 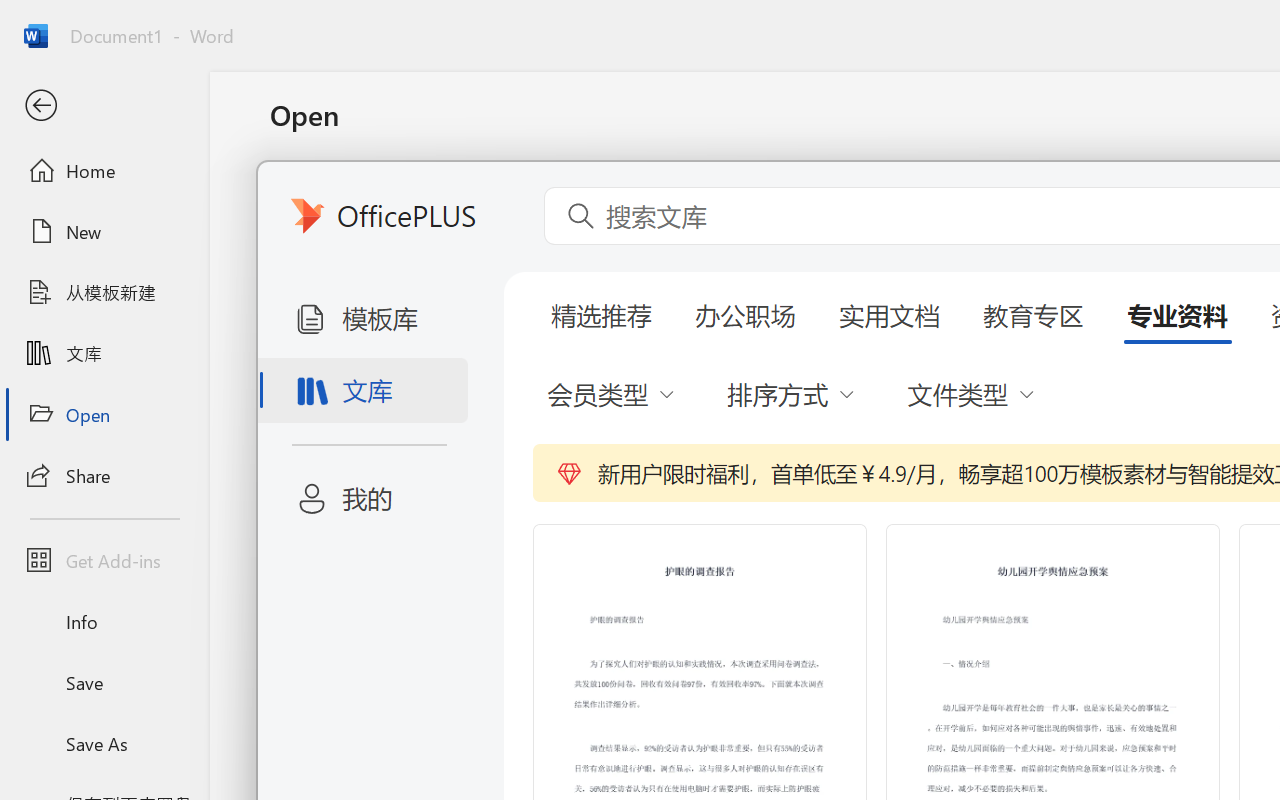 What do you see at coordinates (103, 743) in the screenshot?
I see `'Save As'` at bounding box center [103, 743].